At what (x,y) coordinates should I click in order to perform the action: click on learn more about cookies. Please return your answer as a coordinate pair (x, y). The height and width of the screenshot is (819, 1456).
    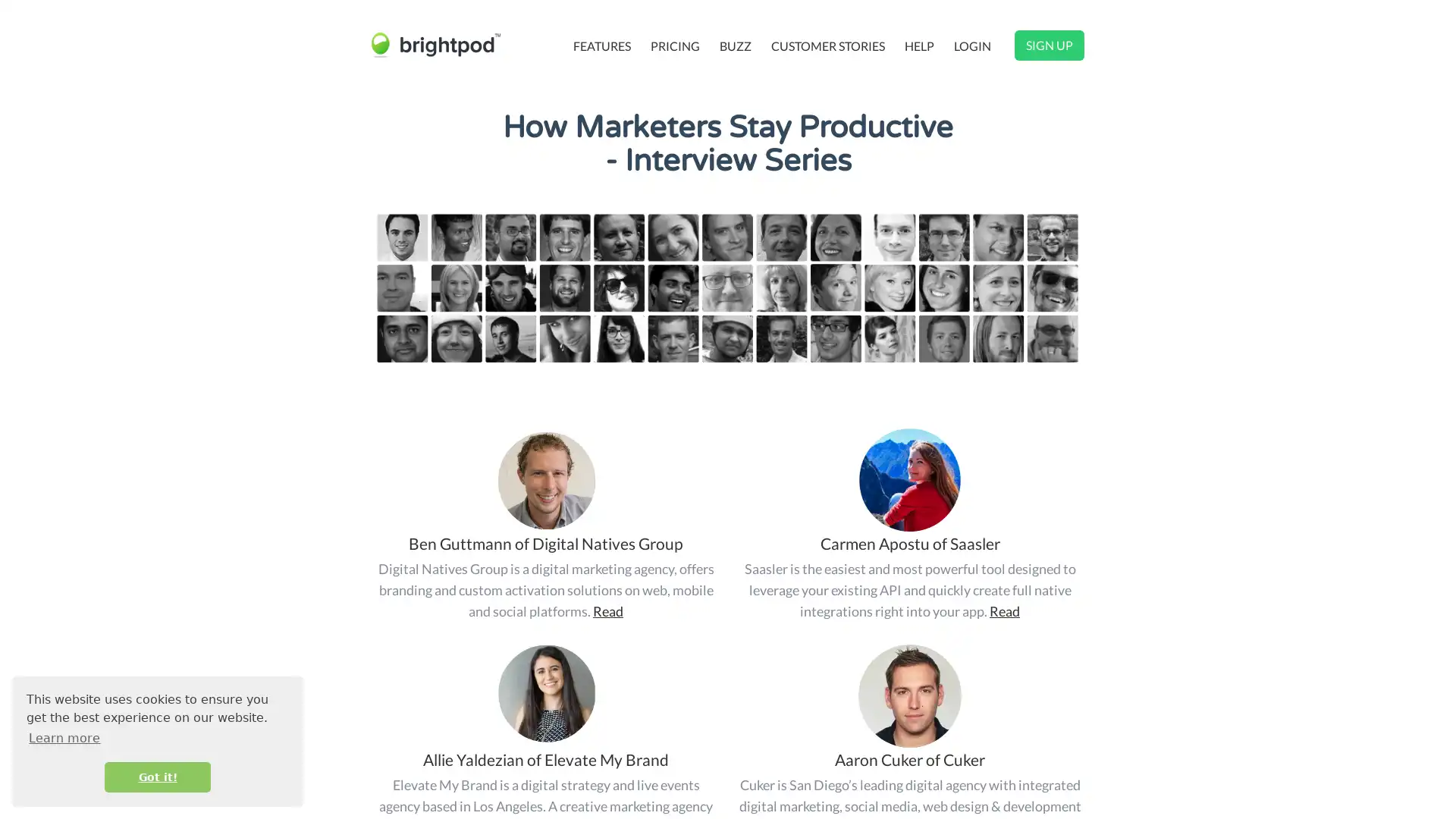
    Looking at the image, I should click on (64, 737).